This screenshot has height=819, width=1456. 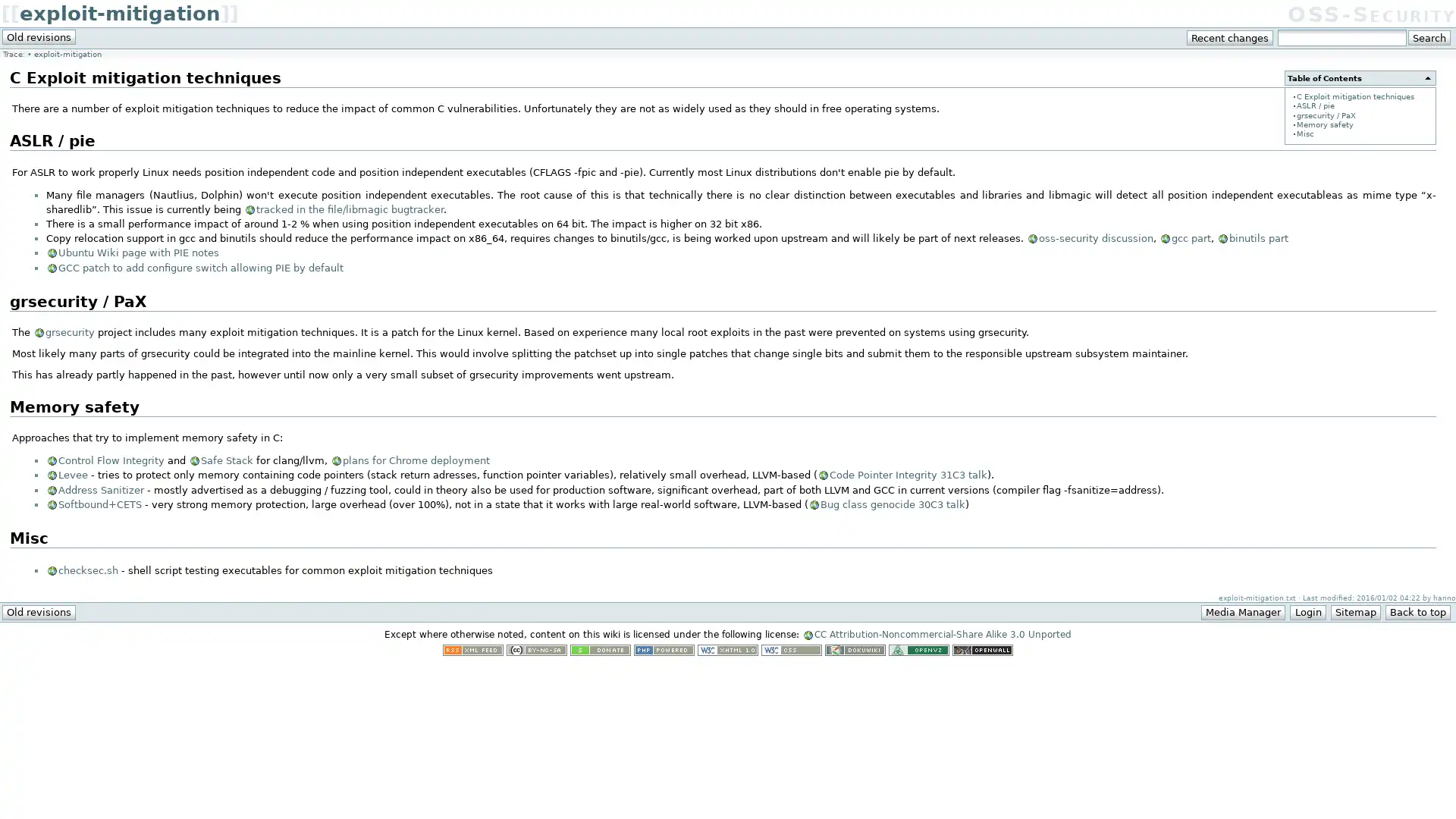 I want to click on Recent changes, so click(x=1230, y=37).